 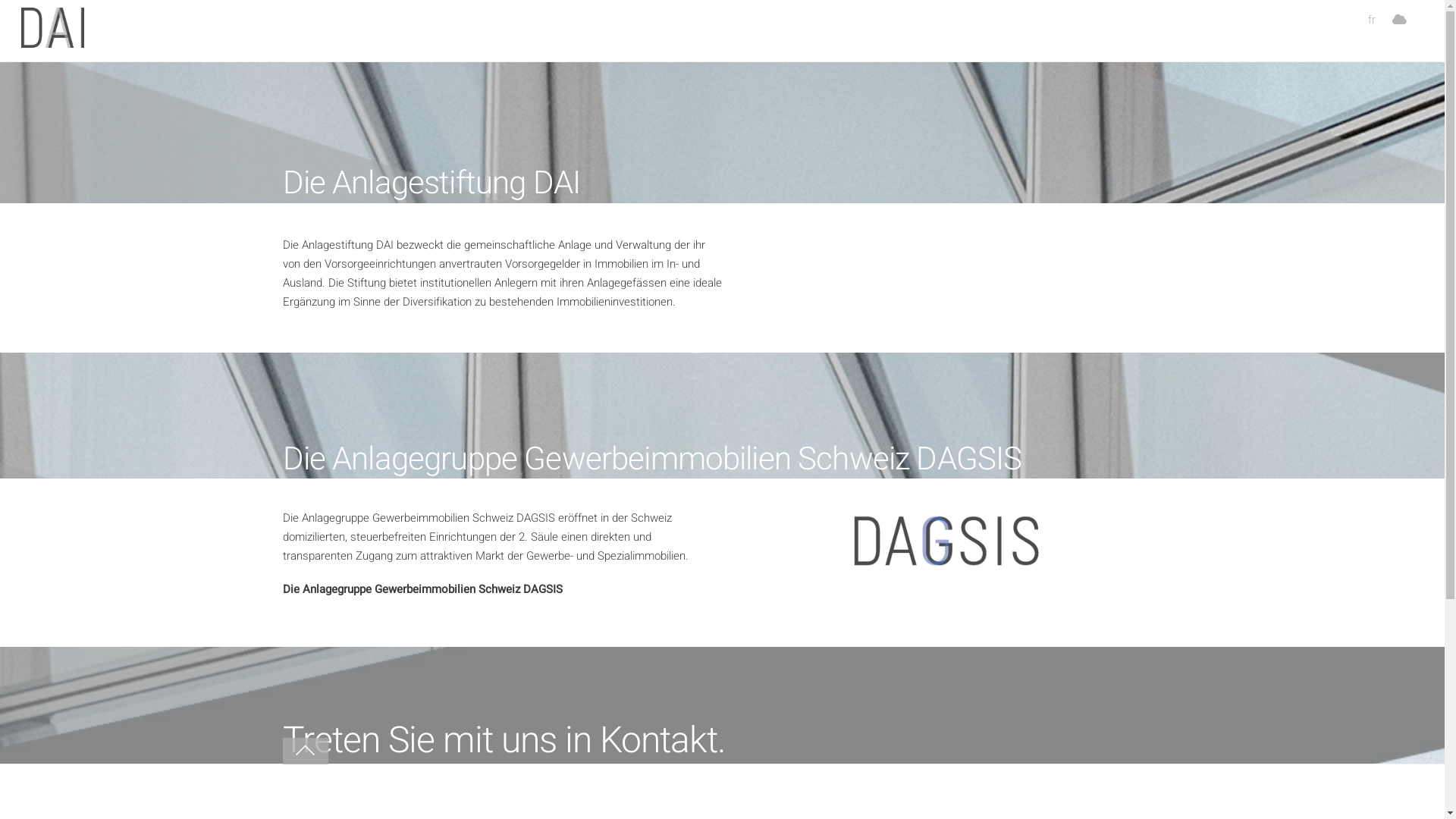 I want to click on 'fr', so click(x=1371, y=20).